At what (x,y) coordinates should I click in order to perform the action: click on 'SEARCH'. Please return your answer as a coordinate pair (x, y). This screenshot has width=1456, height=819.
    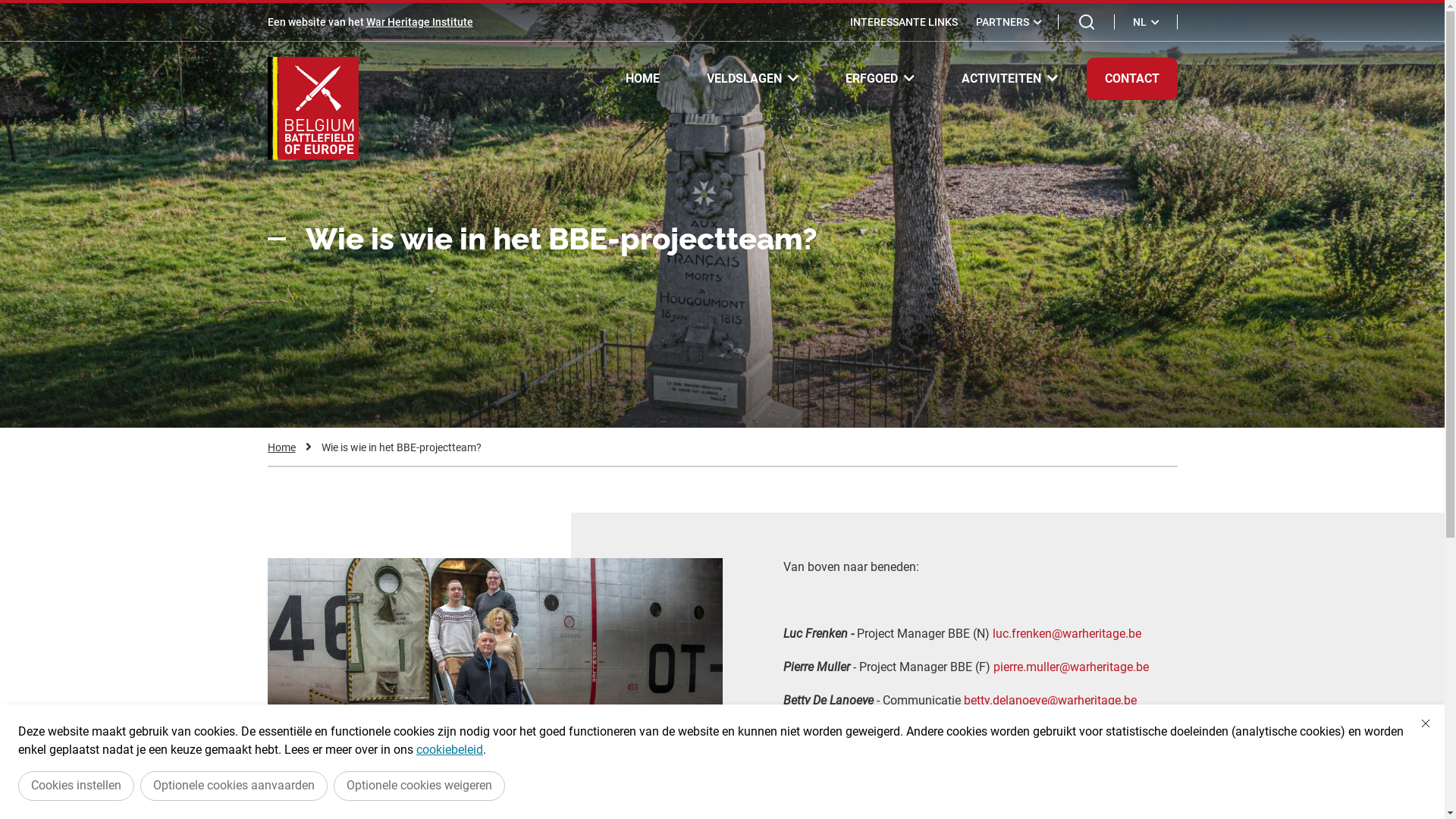
    Looking at the image, I should click on (1086, 22).